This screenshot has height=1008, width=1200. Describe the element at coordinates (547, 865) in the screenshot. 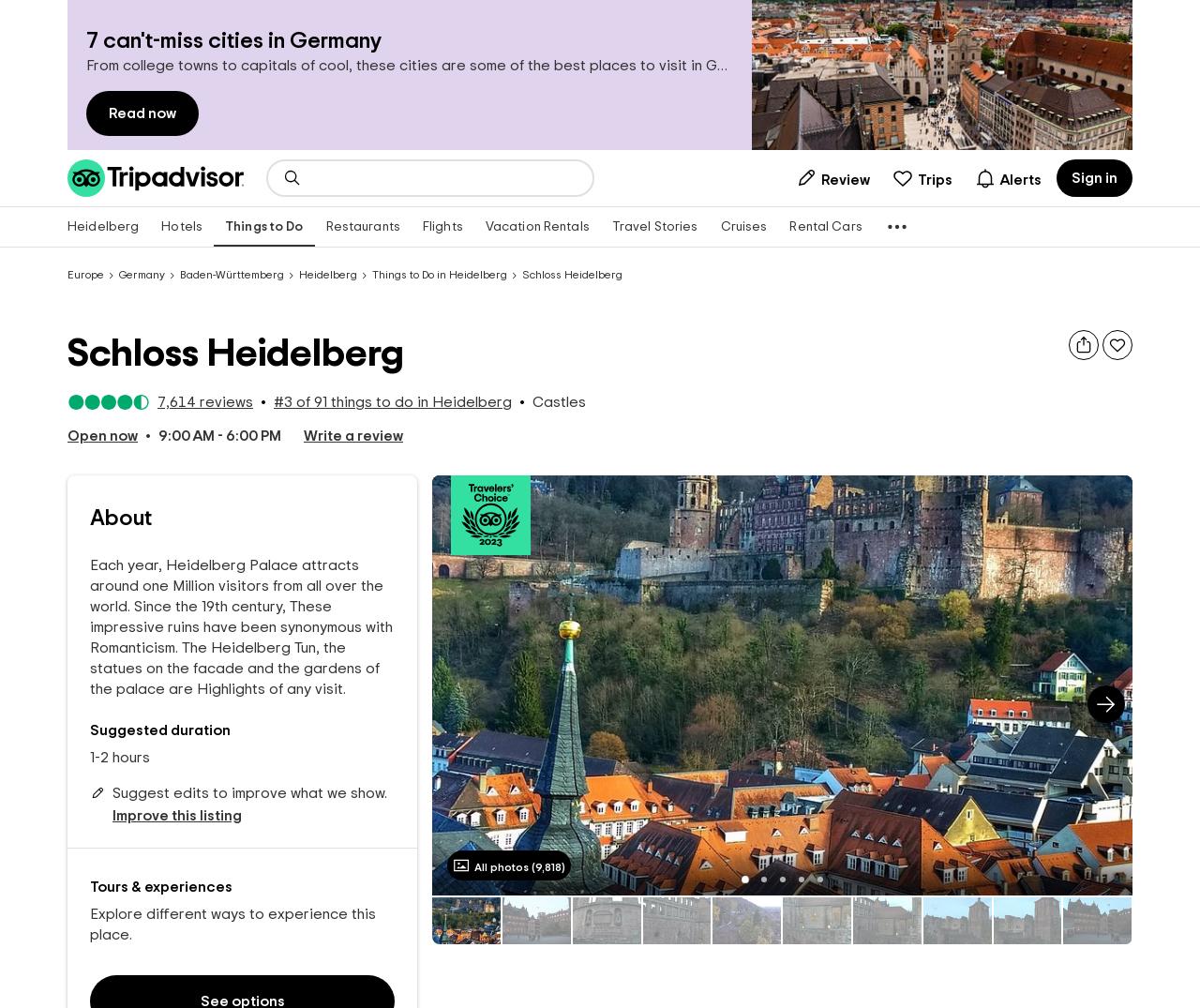

I see `'9,818'` at that location.